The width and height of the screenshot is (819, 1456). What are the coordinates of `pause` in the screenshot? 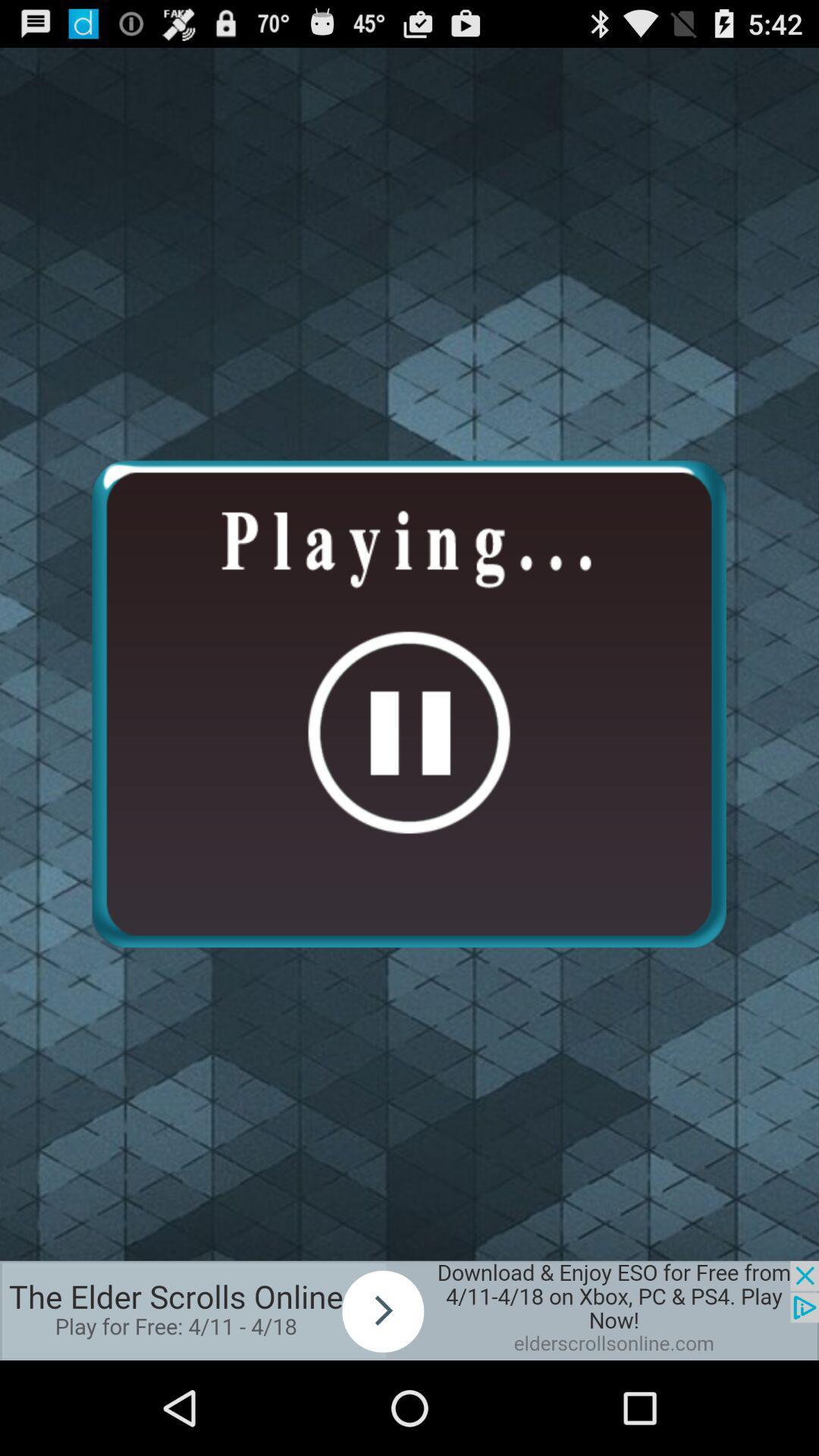 It's located at (408, 703).